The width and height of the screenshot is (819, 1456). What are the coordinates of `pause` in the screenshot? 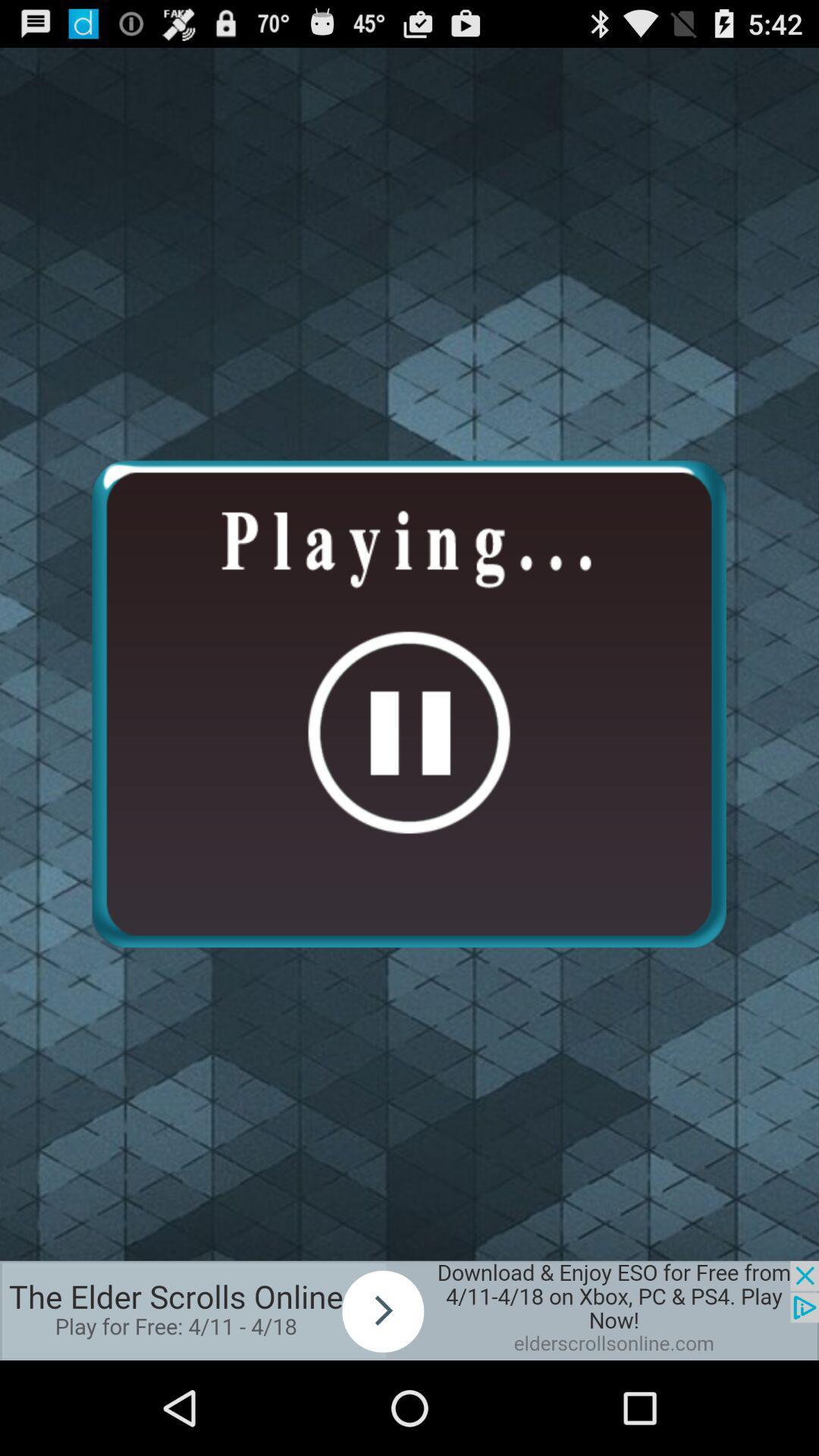 It's located at (408, 703).